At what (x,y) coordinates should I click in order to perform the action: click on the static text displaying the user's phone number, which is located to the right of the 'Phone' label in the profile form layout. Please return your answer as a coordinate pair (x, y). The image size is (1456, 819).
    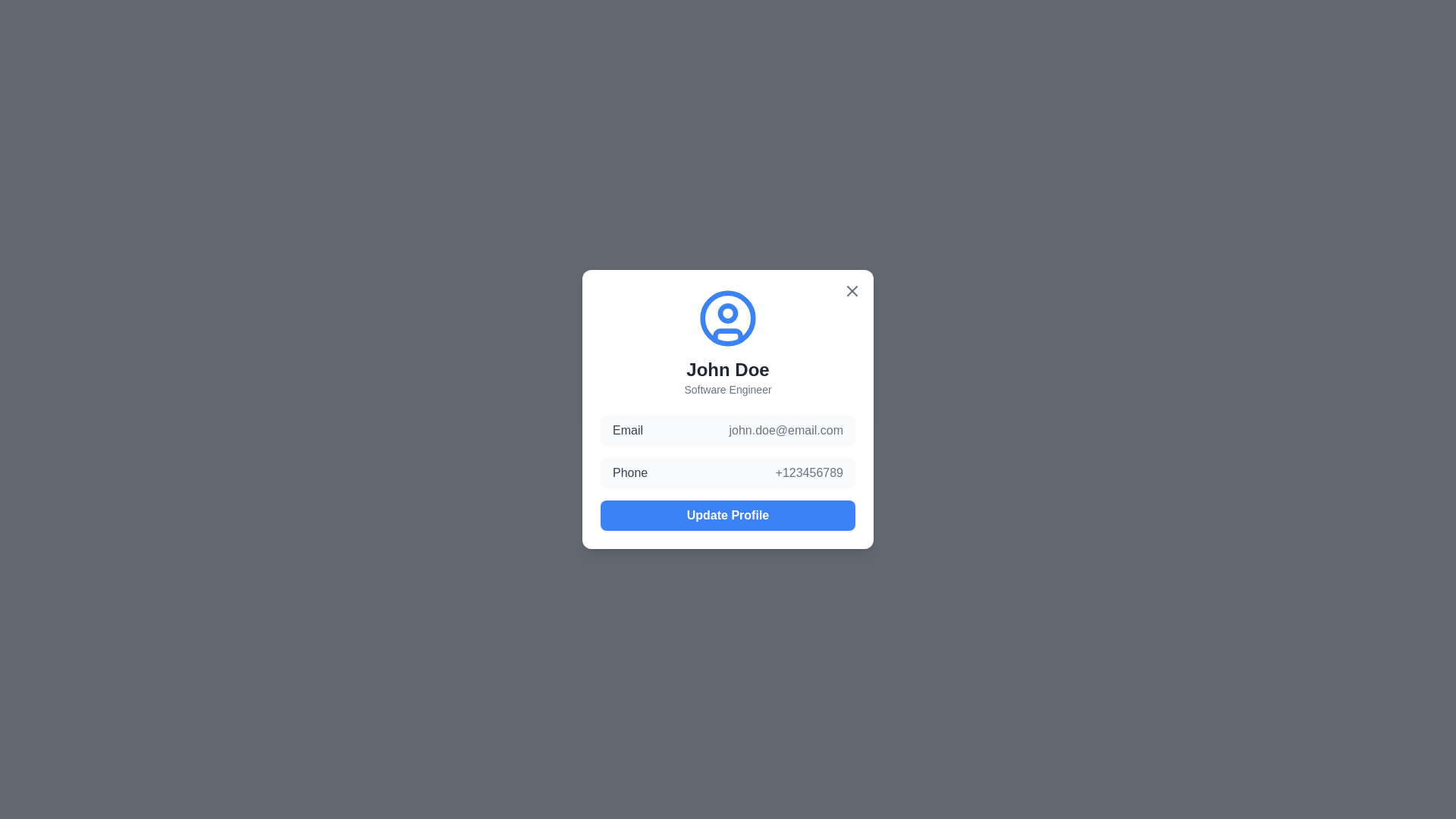
    Looking at the image, I should click on (808, 472).